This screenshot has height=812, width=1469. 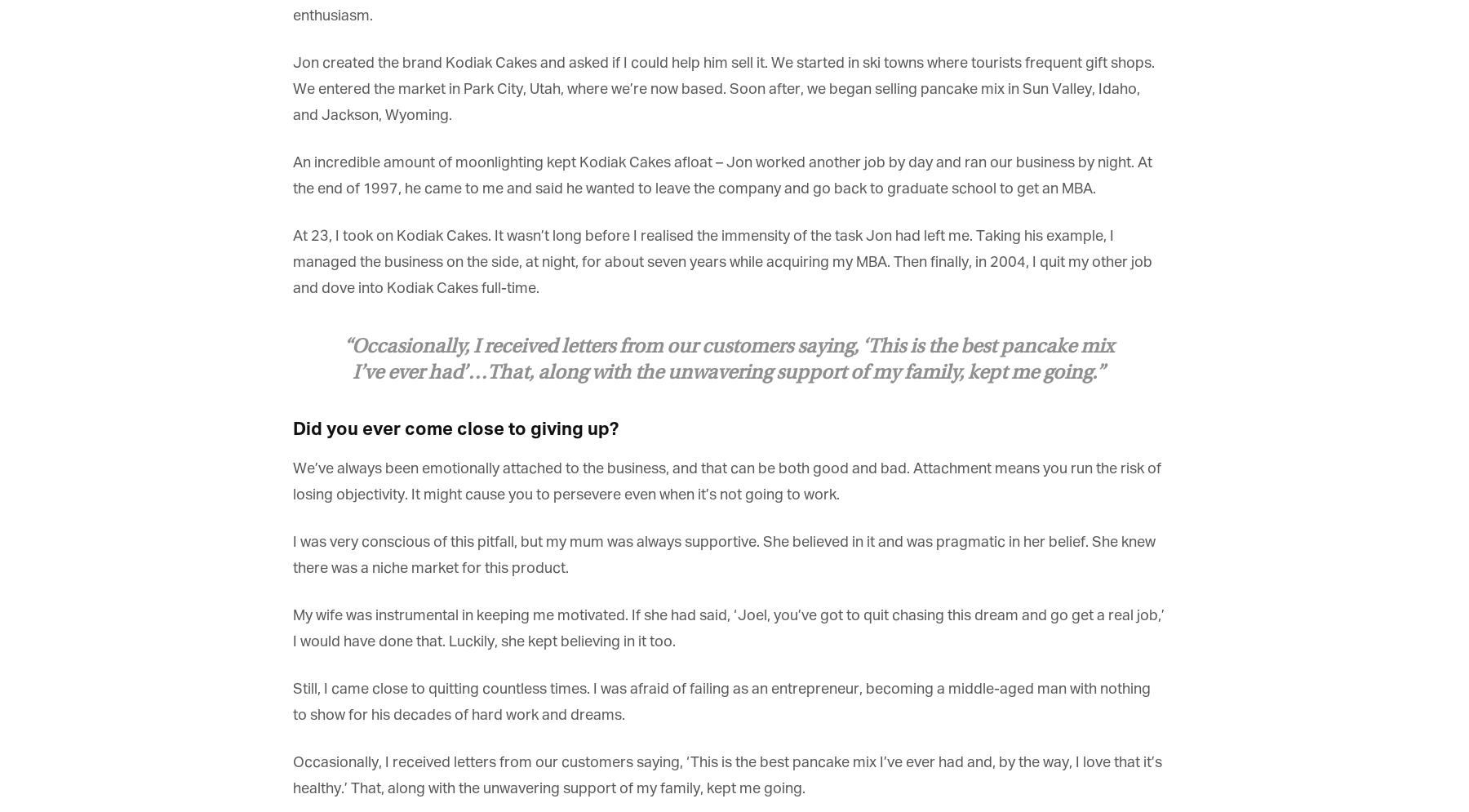 What do you see at coordinates (726, 776) in the screenshot?
I see `'Occasionally, I received letters from our customers saying, ‘This is the best pancake mix I’ve ever had and, by the way, I love that it’s healthy.’ That, along with the unwavering support of my family, kept me going.'` at bounding box center [726, 776].